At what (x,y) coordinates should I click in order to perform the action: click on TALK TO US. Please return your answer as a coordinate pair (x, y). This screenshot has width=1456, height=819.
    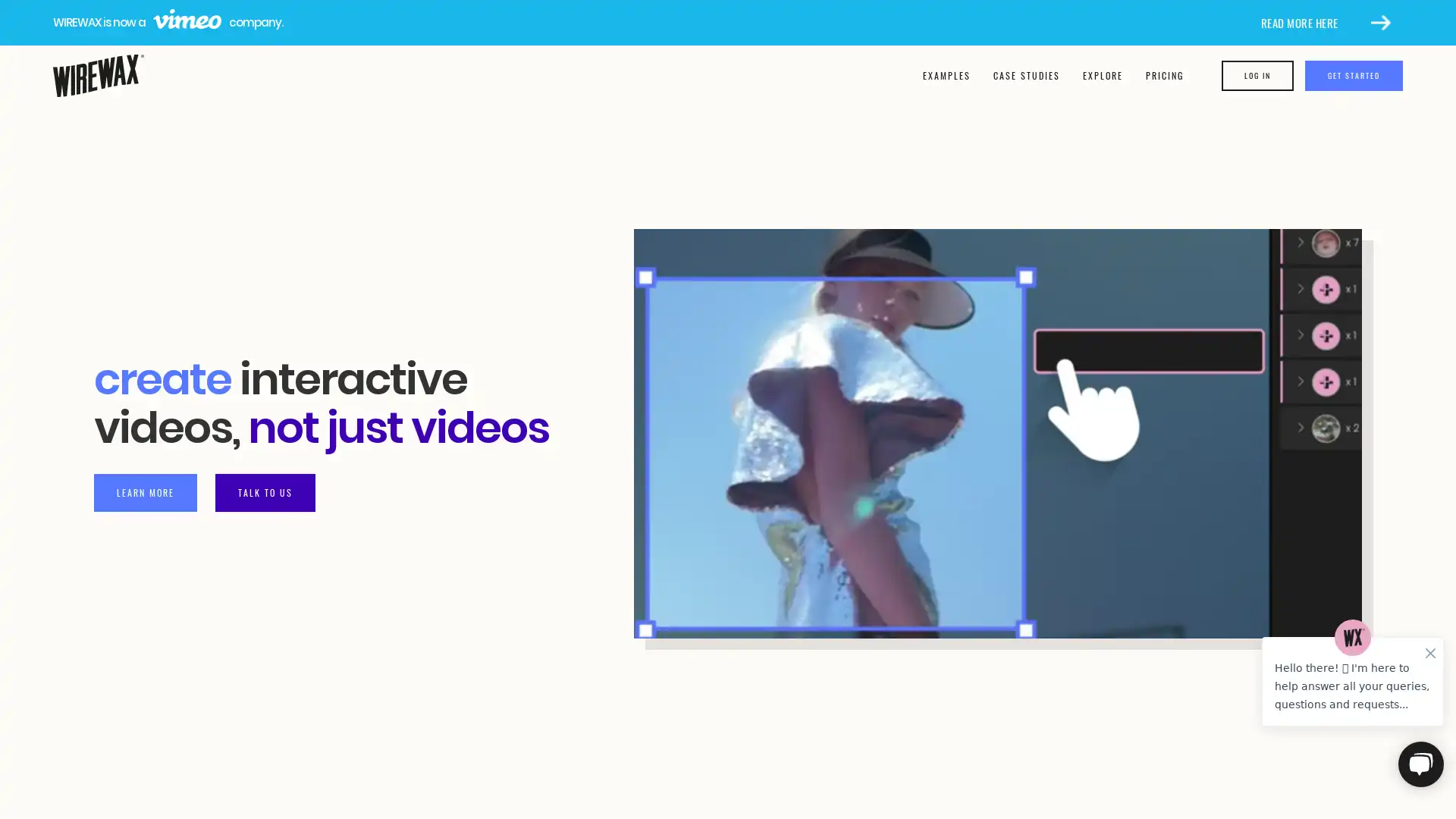
    Looking at the image, I should click on (265, 491).